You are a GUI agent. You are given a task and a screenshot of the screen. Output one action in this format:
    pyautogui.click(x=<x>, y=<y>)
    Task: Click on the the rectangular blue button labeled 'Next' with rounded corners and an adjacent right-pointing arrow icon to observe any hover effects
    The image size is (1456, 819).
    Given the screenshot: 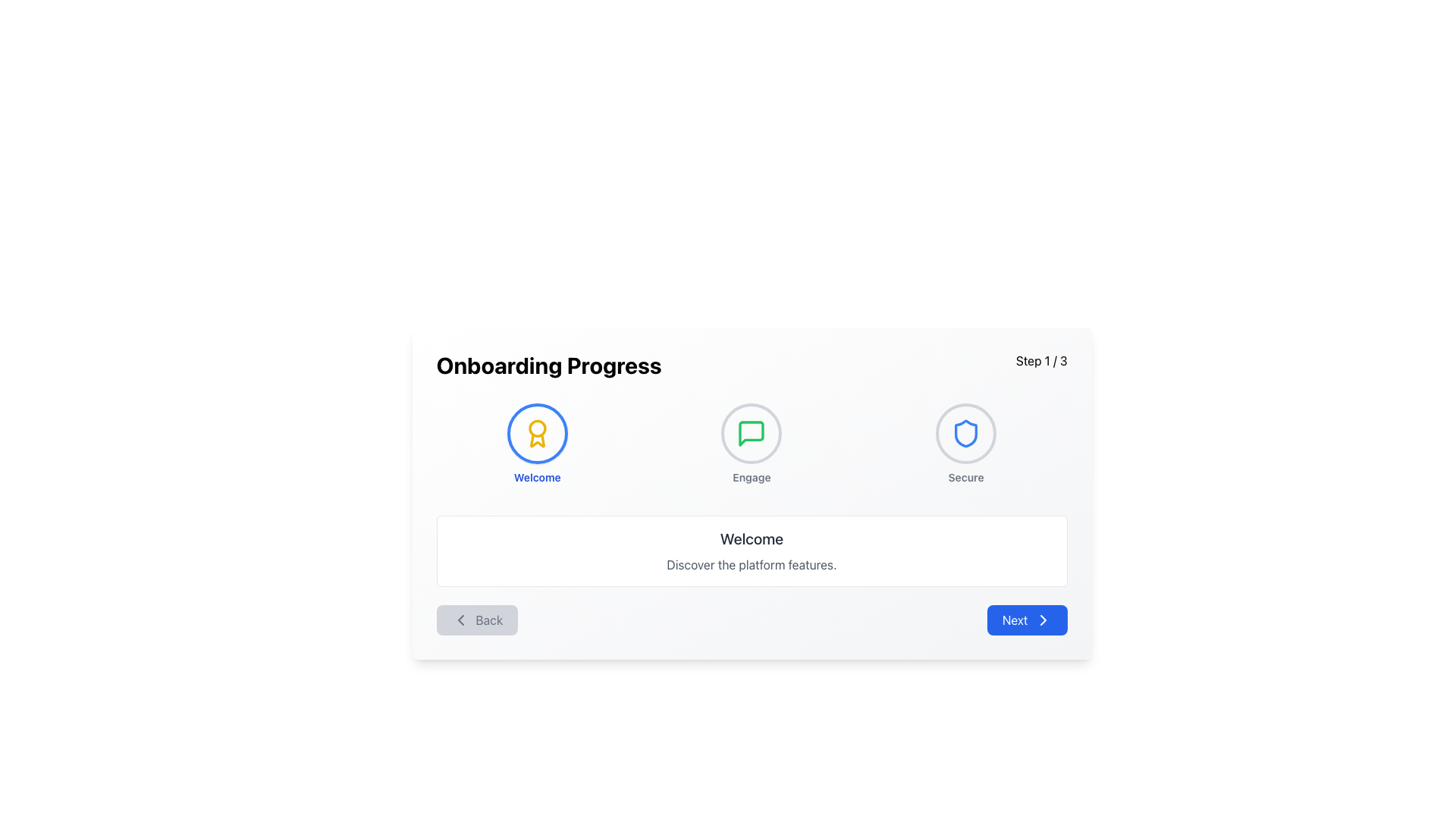 What is the action you would take?
    pyautogui.click(x=1027, y=620)
    